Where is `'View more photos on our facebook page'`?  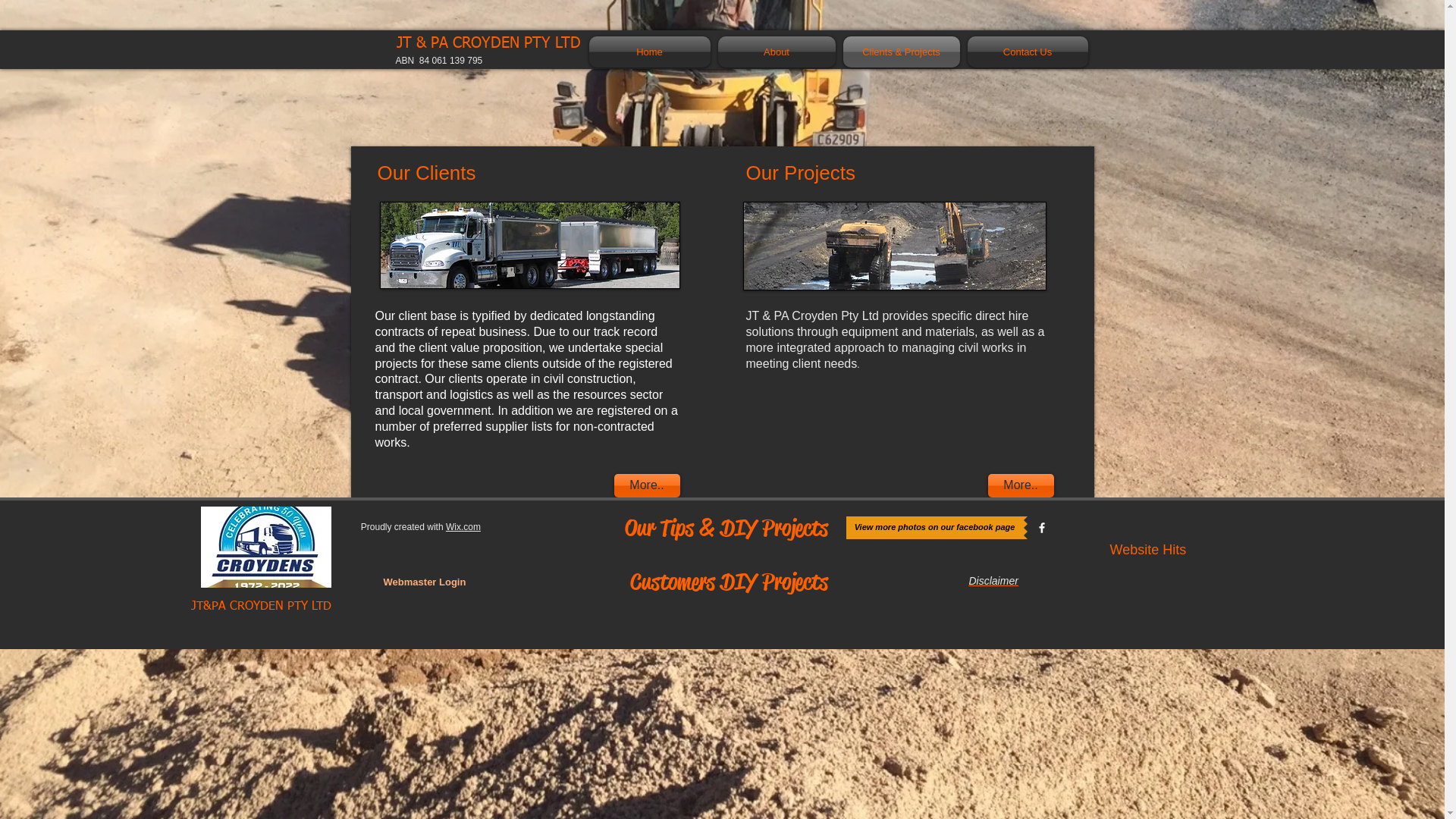 'View more photos on our facebook page' is located at coordinates (934, 526).